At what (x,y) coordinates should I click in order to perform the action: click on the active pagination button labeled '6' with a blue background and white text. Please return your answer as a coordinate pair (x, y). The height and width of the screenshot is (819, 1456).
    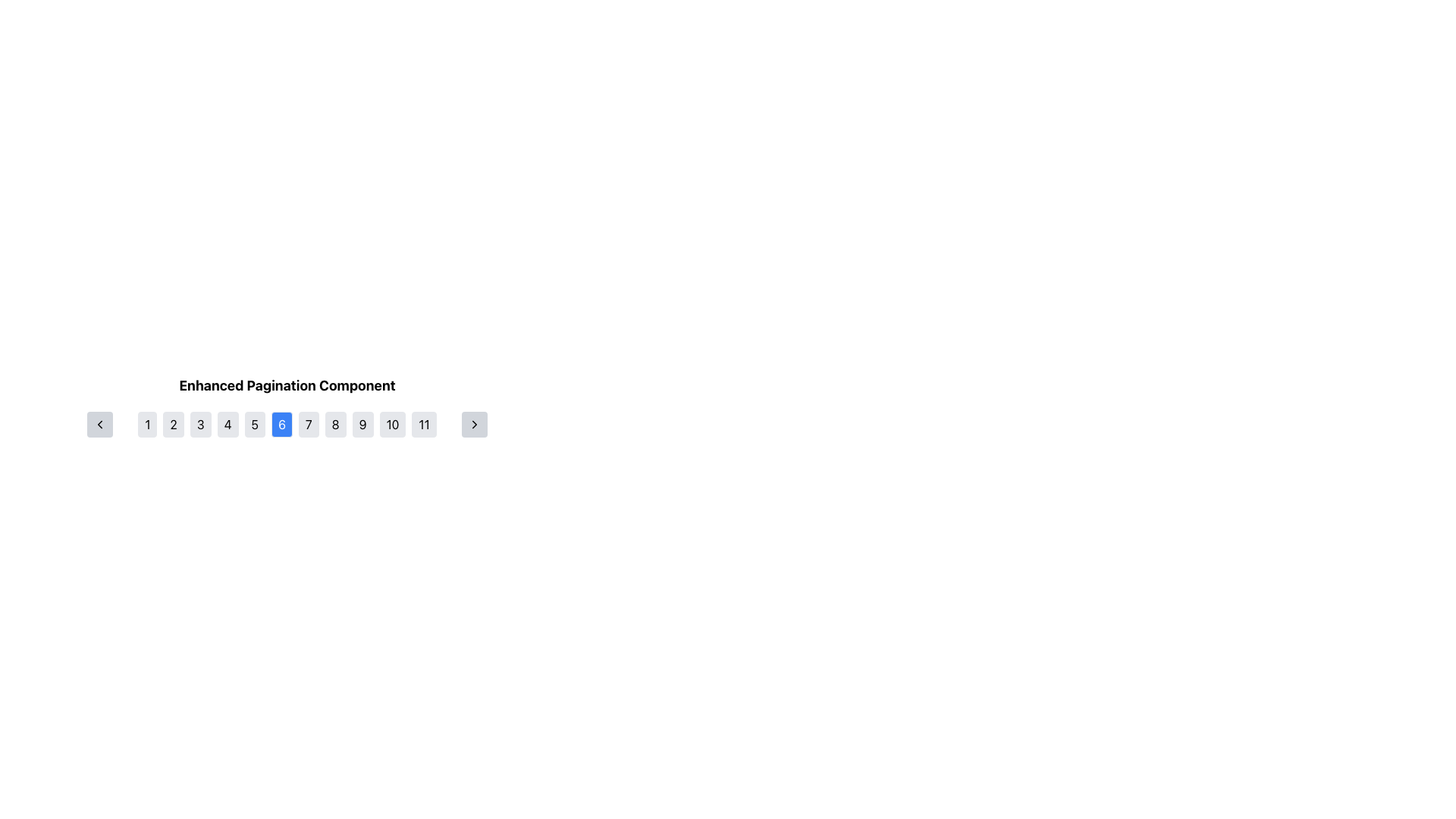
    Looking at the image, I should click on (287, 424).